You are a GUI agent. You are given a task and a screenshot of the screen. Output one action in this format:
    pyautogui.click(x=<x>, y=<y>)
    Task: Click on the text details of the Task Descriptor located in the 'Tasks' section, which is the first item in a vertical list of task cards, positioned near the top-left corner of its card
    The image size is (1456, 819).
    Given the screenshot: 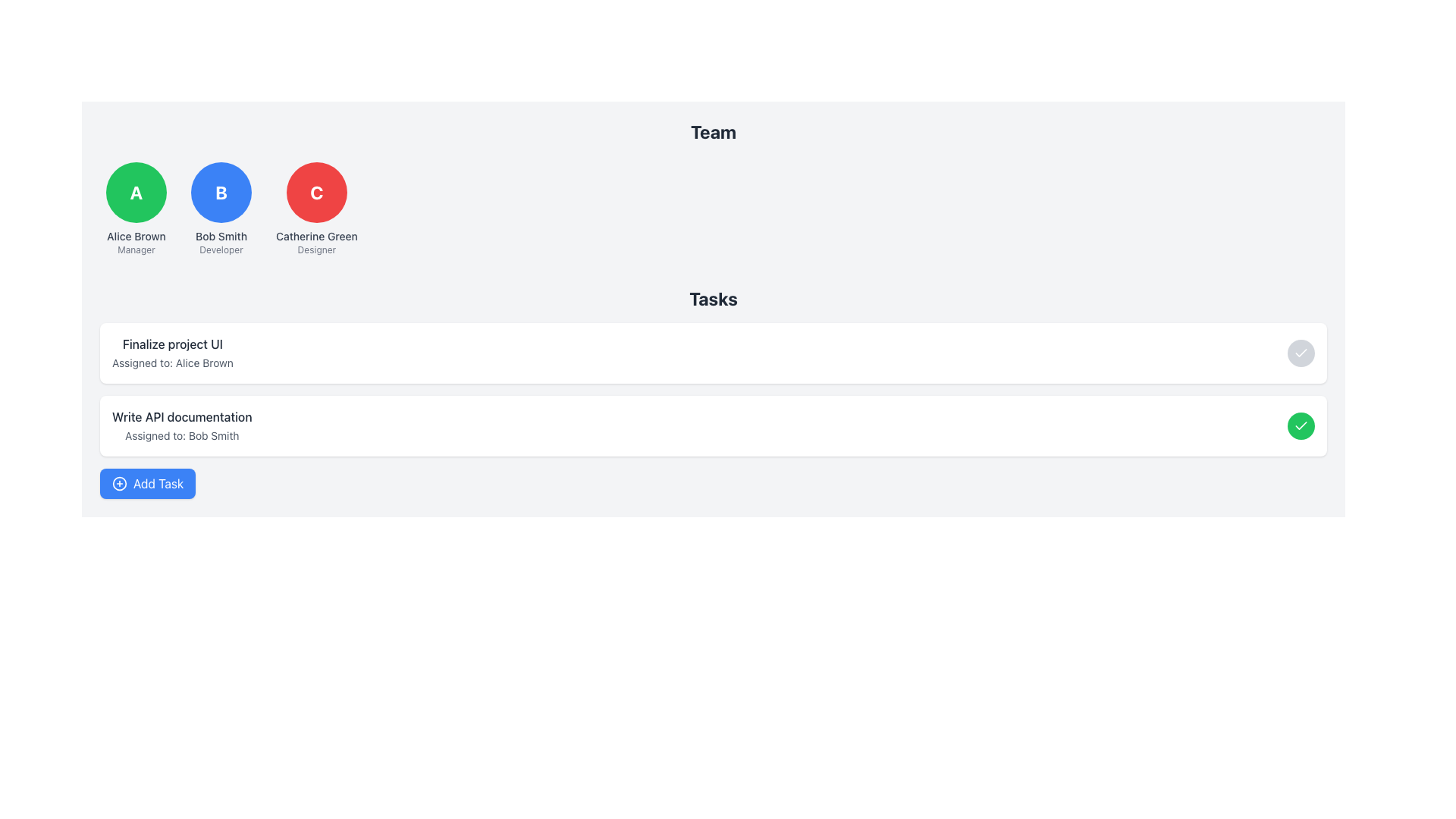 What is the action you would take?
    pyautogui.click(x=172, y=353)
    